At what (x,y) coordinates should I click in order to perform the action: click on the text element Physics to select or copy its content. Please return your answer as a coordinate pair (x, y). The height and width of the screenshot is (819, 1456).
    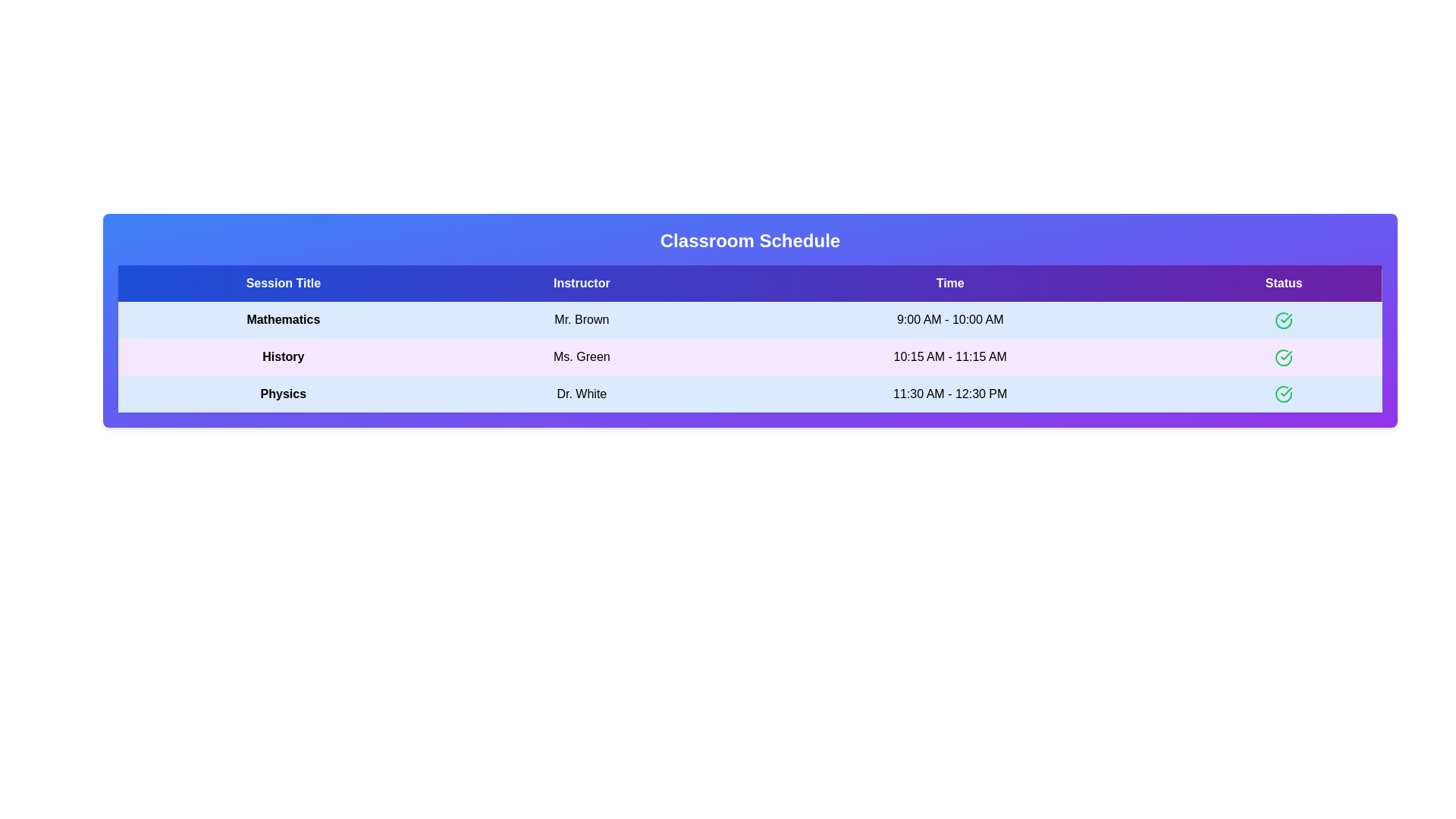
    Looking at the image, I should click on (283, 394).